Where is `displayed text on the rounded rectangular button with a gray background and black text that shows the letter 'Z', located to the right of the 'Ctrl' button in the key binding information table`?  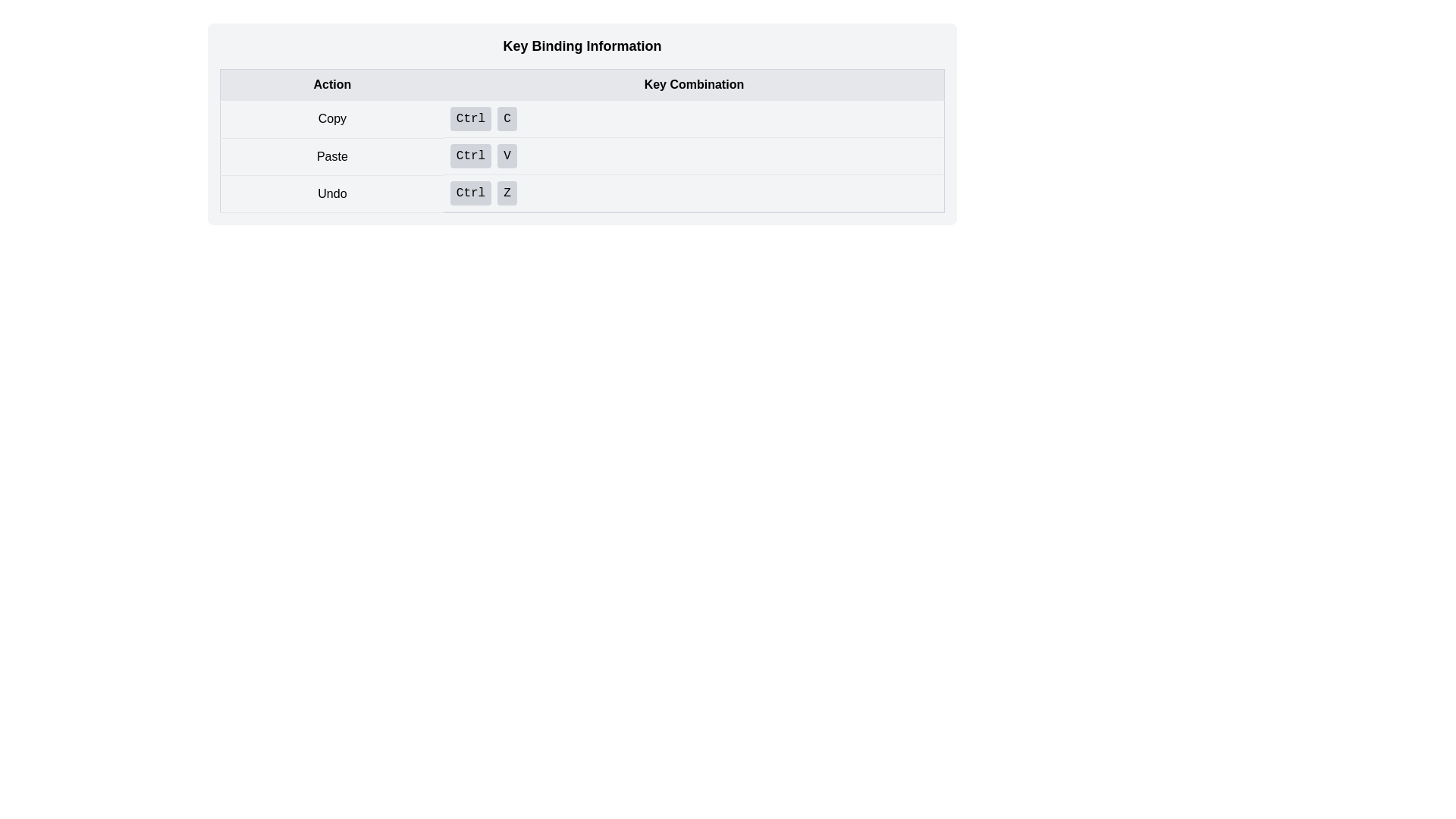 displayed text on the rounded rectangular button with a gray background and black text that shows the letter 'Z', located to the right of the 'Ctrl' button in the key binding information table is located at coordinates (507, 192).